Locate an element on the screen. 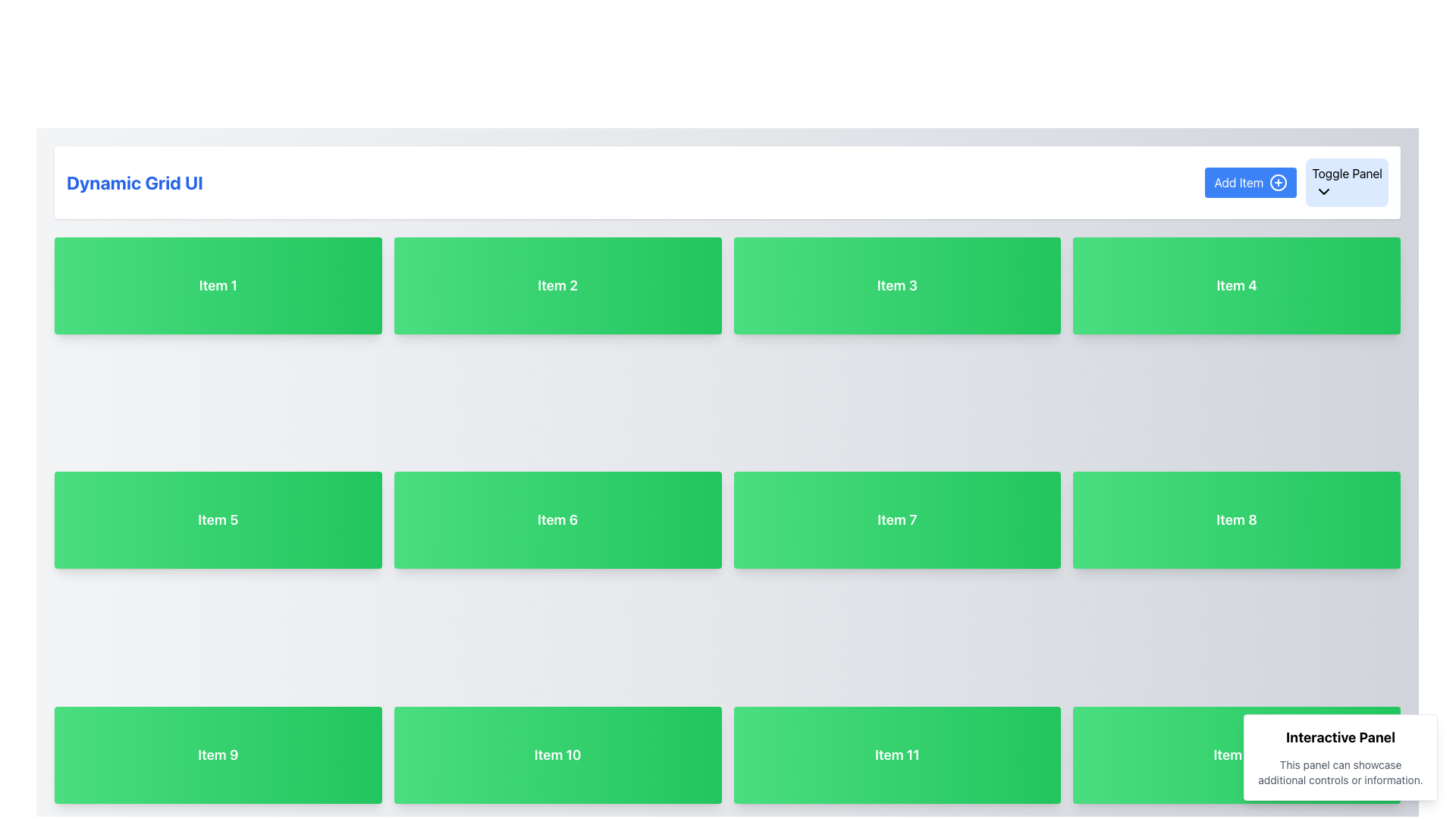 Image resolution: width=1456 pixels, height=819 pixels. the first item in the grid layout, which is a visual display for identification and is located in the top-left corner of the grid is located at coordinates (217, 286).